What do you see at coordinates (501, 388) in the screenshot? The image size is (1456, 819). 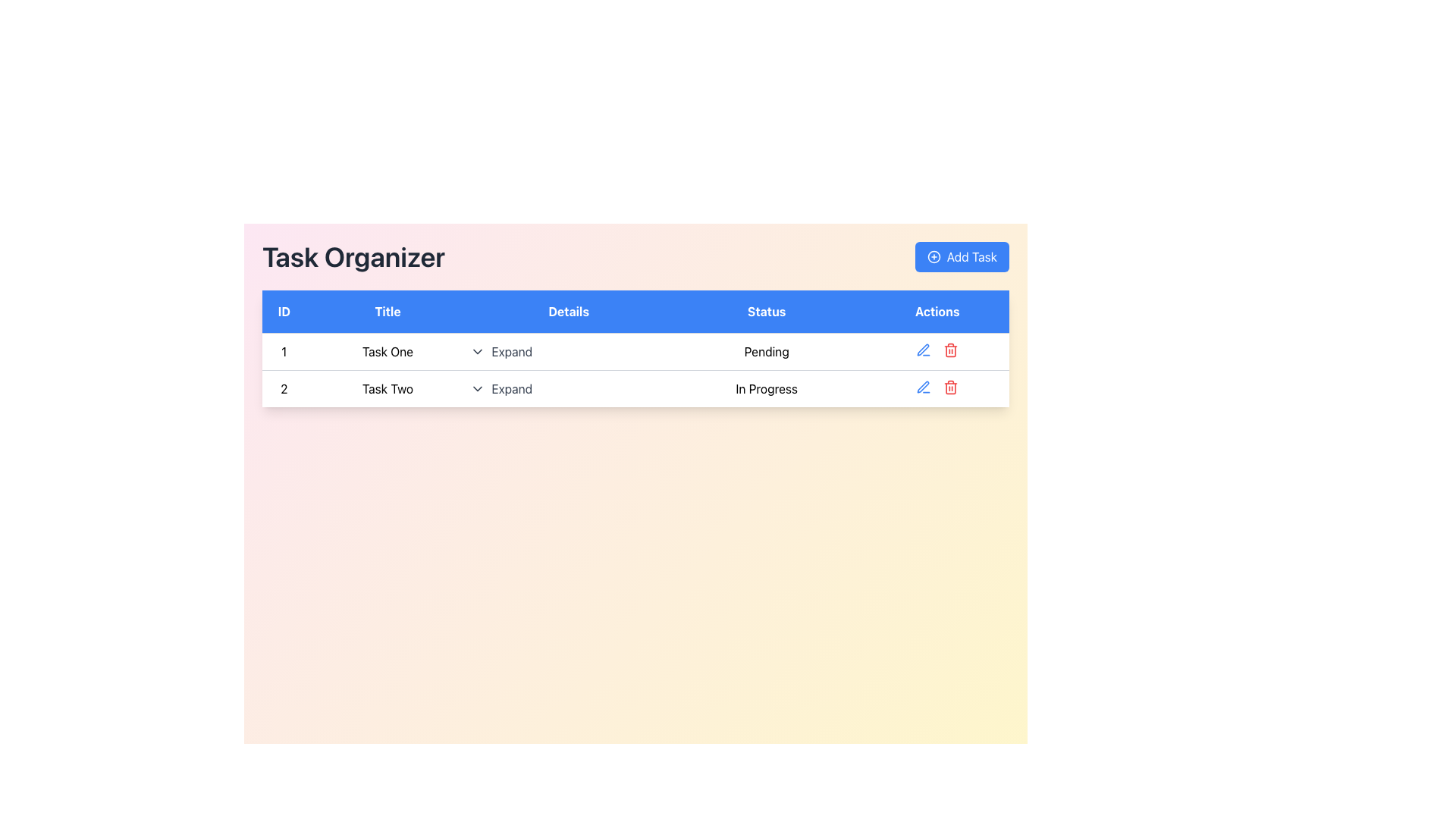 I see `the interactive 'Expand' button in the 'Details' column of the second row for 'Task Two' in the 'Task Organizer' table to activate hover effects` at bounding box center [501, 388].